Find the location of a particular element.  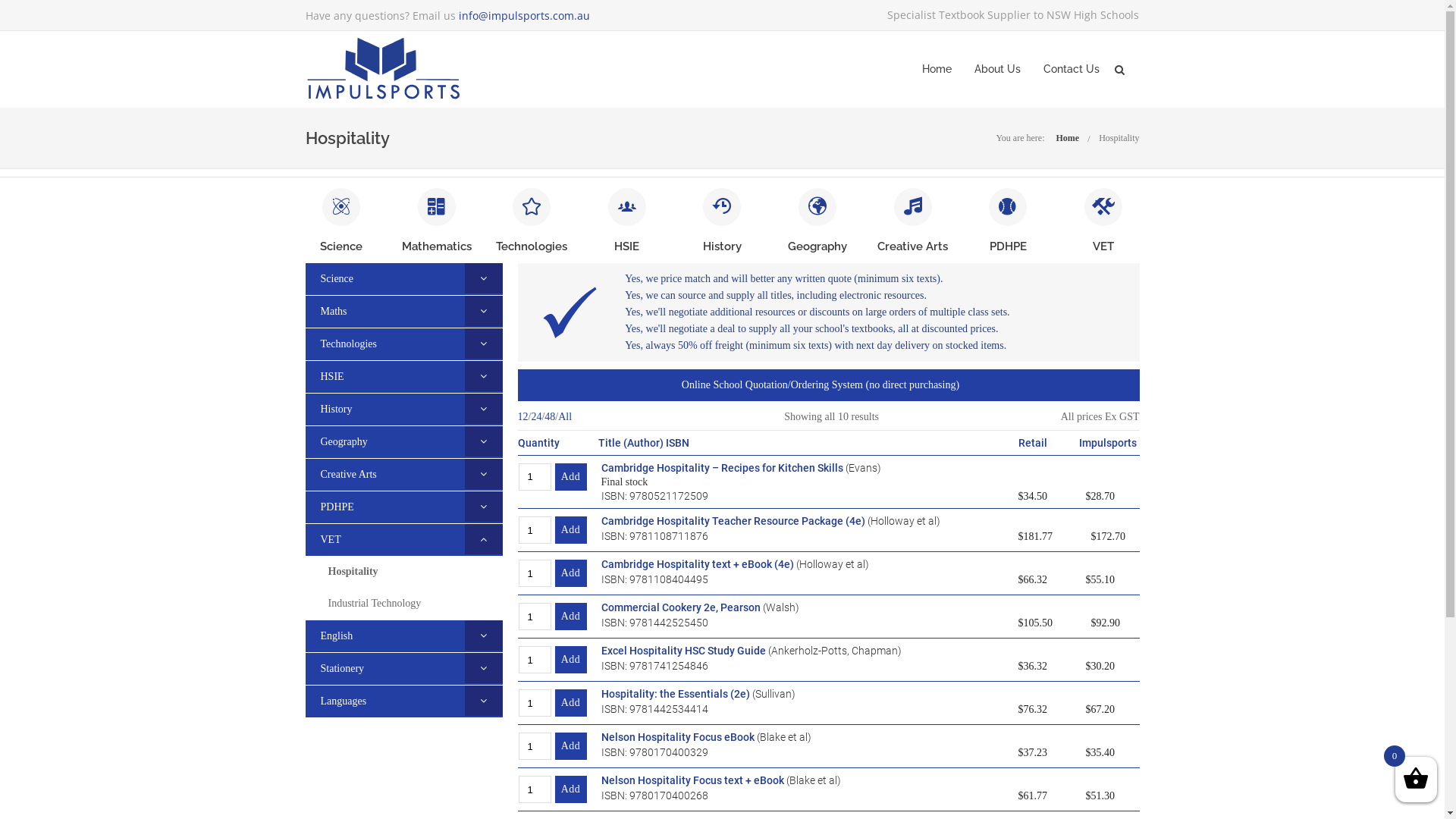

'Contact Us' is located at coordinates (1043, 69).